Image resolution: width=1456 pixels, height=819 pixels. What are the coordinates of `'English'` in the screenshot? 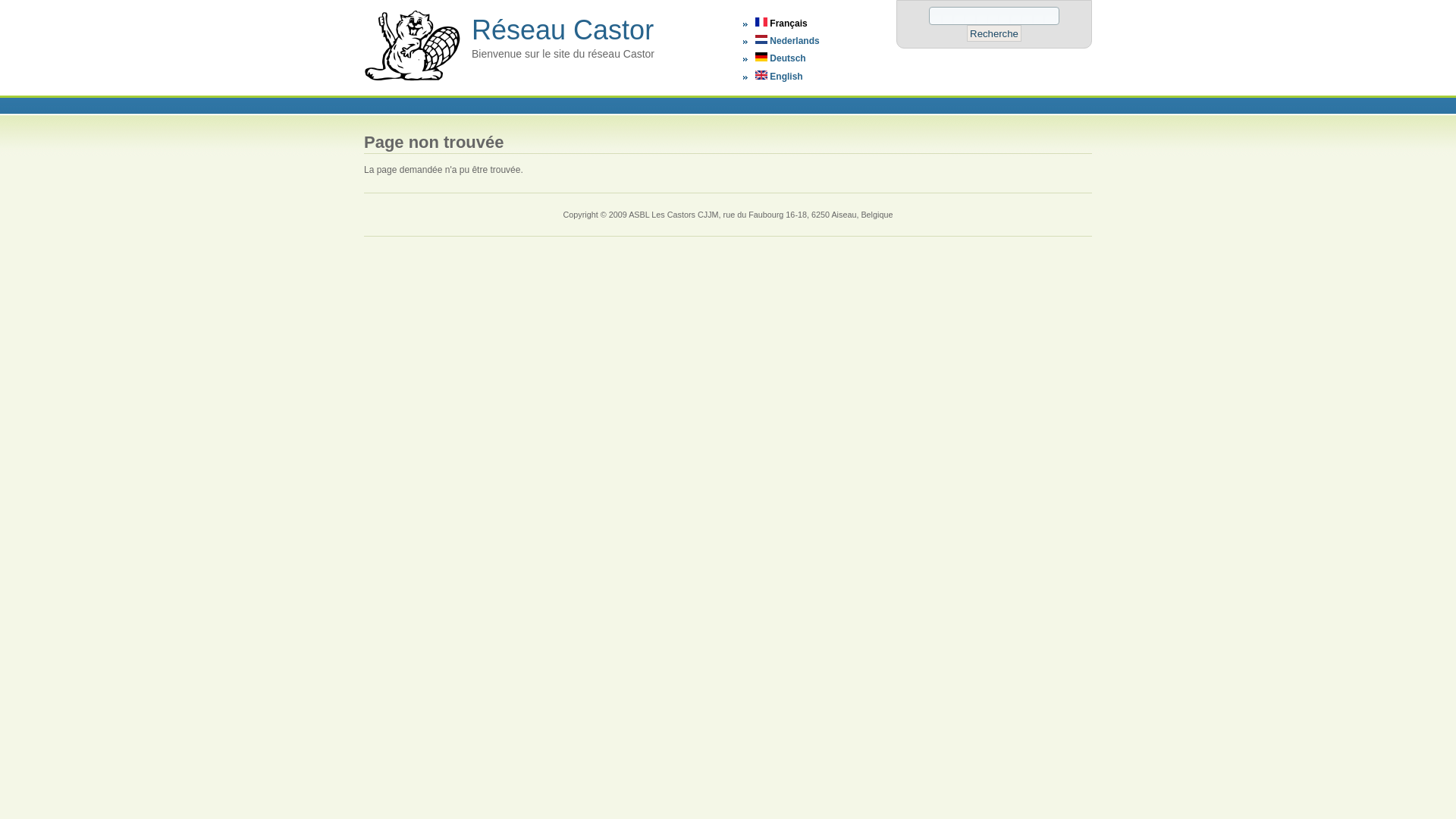 It's located at (761, 75).